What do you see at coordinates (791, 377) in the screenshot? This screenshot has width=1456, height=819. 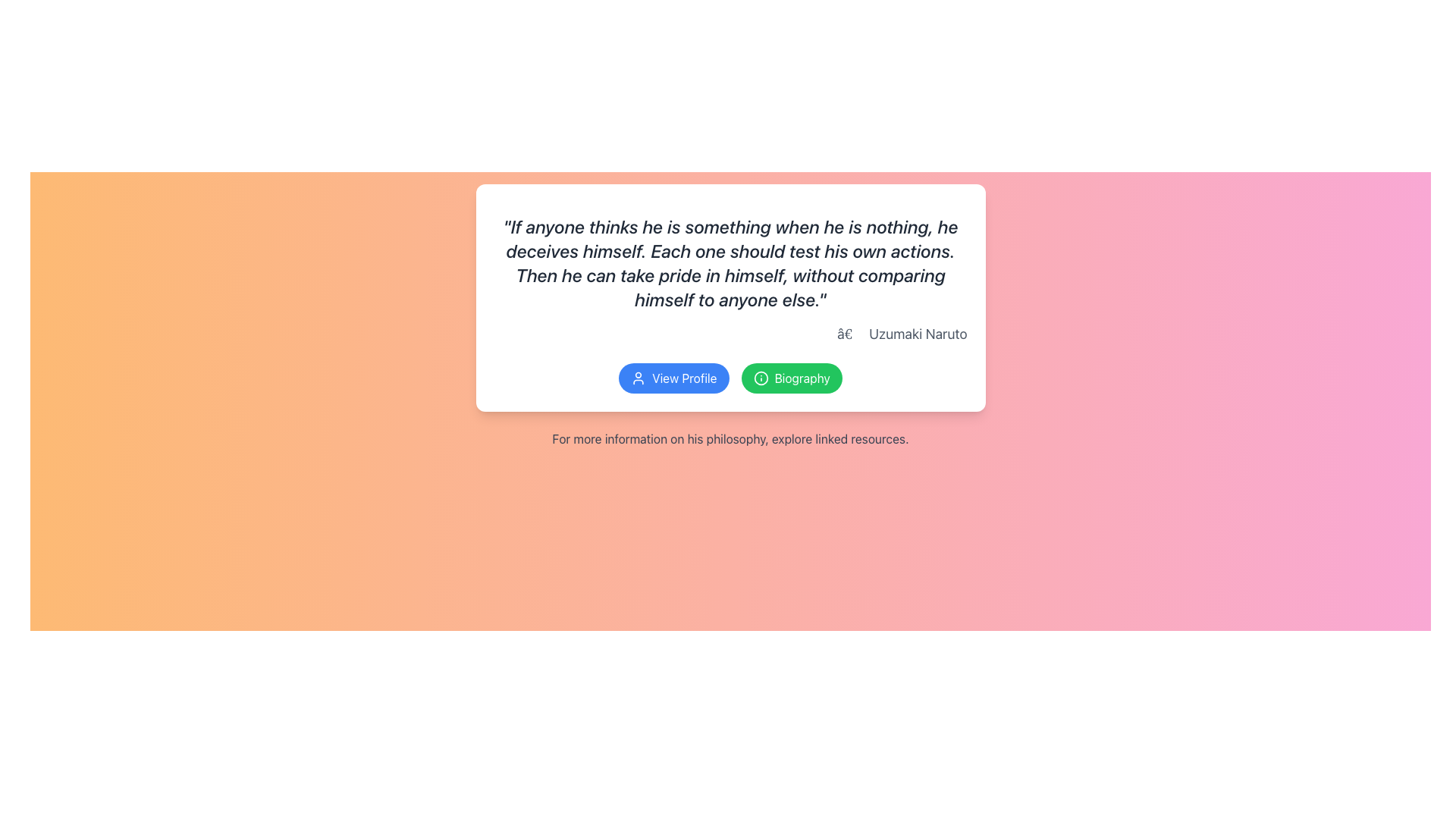 I see `the green pill-shaped button labeled 'Biography' with an information circle icon` at bounding box center [791, 377].